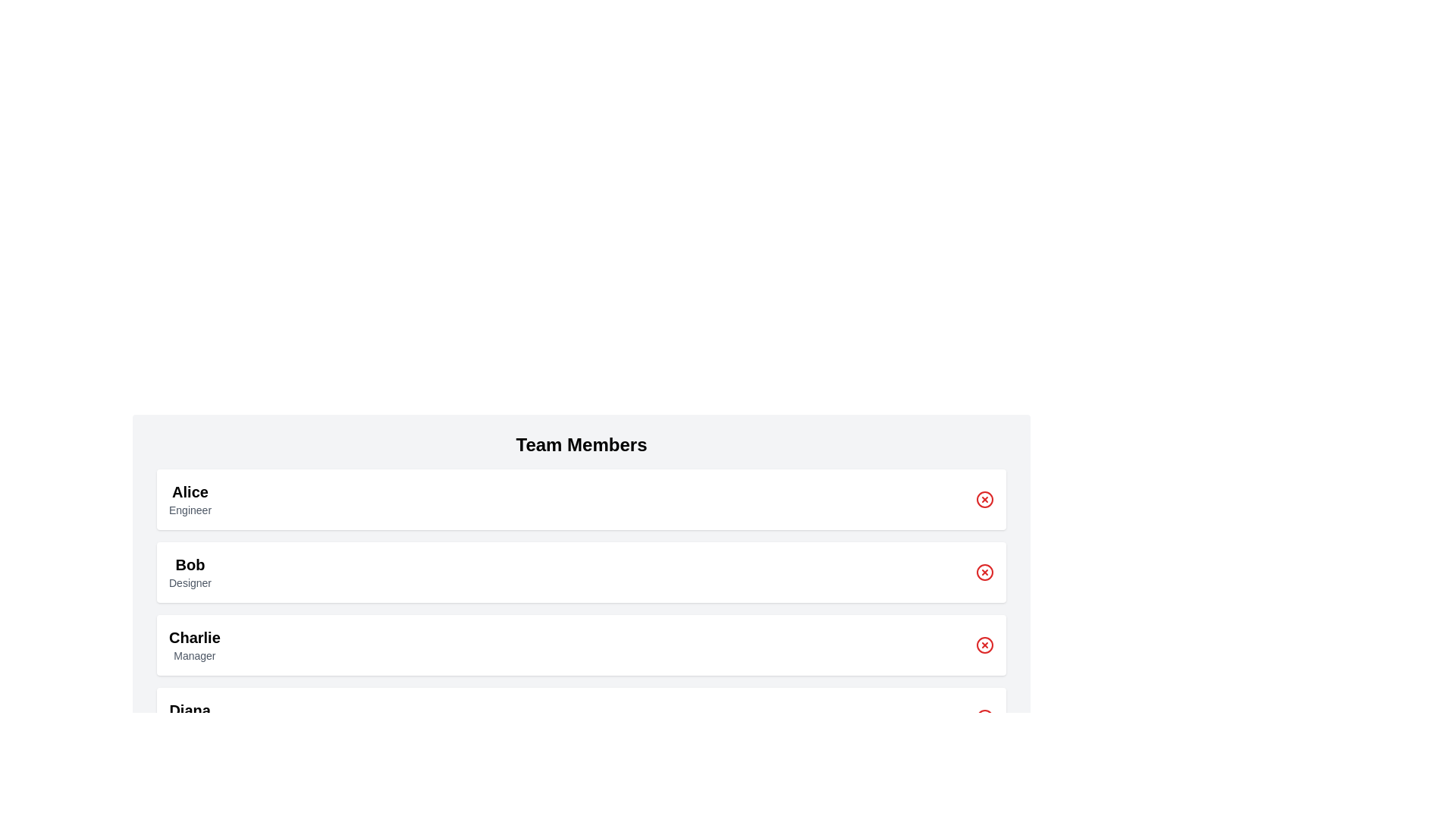 This screenshot has width=1456, height=819. What do you see at coordinates (985, 645) in the screenshot?
I see `the delete button located in the fourth row of the 'Team Members' list, positioned on the far right side of the row` at bounding box center [985, 645].